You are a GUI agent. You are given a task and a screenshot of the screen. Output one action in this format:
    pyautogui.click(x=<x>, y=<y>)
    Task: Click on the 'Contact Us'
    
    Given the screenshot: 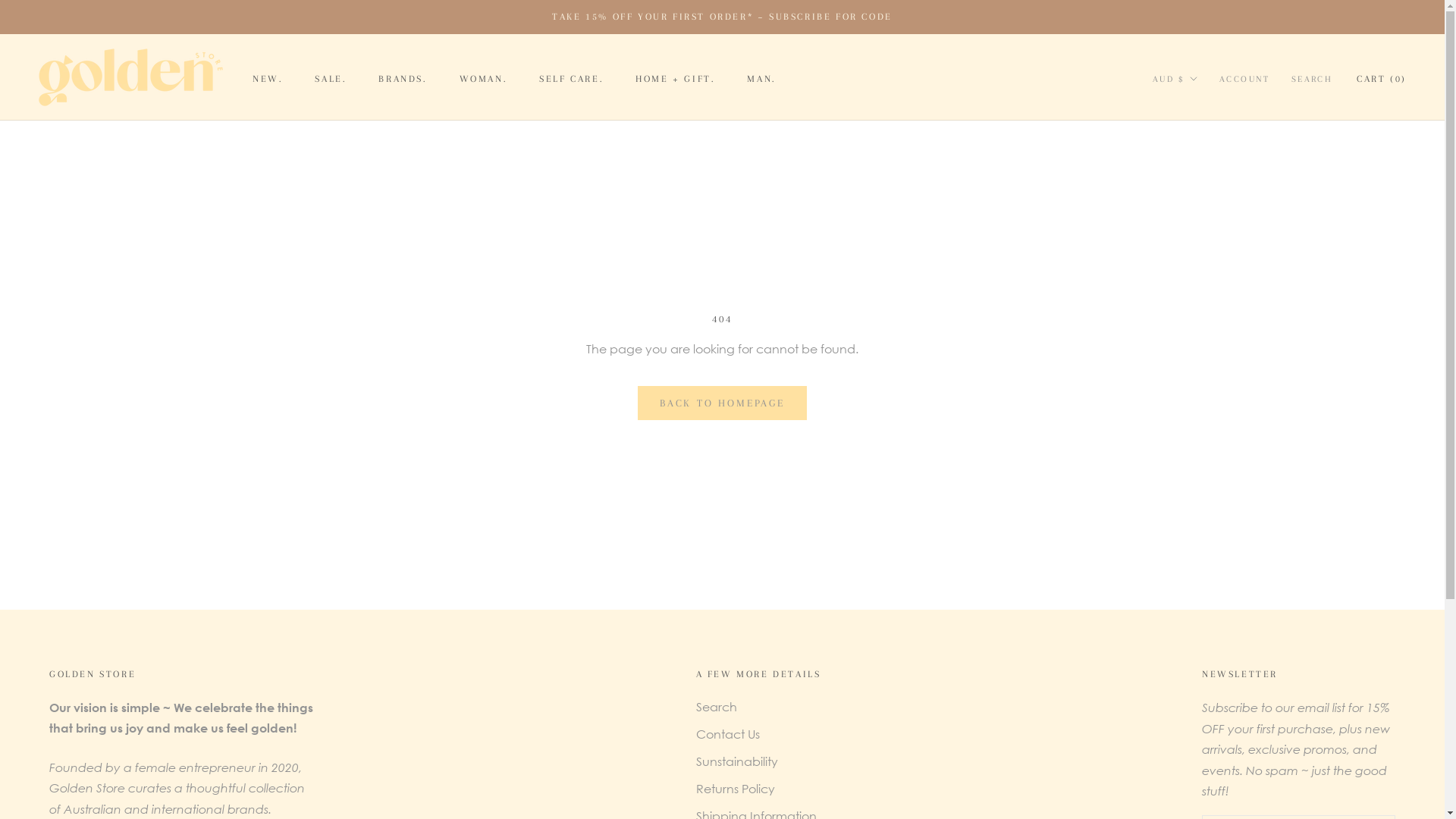 What is the action you would take?
    pyautogui.click(x=695, y=733)
    